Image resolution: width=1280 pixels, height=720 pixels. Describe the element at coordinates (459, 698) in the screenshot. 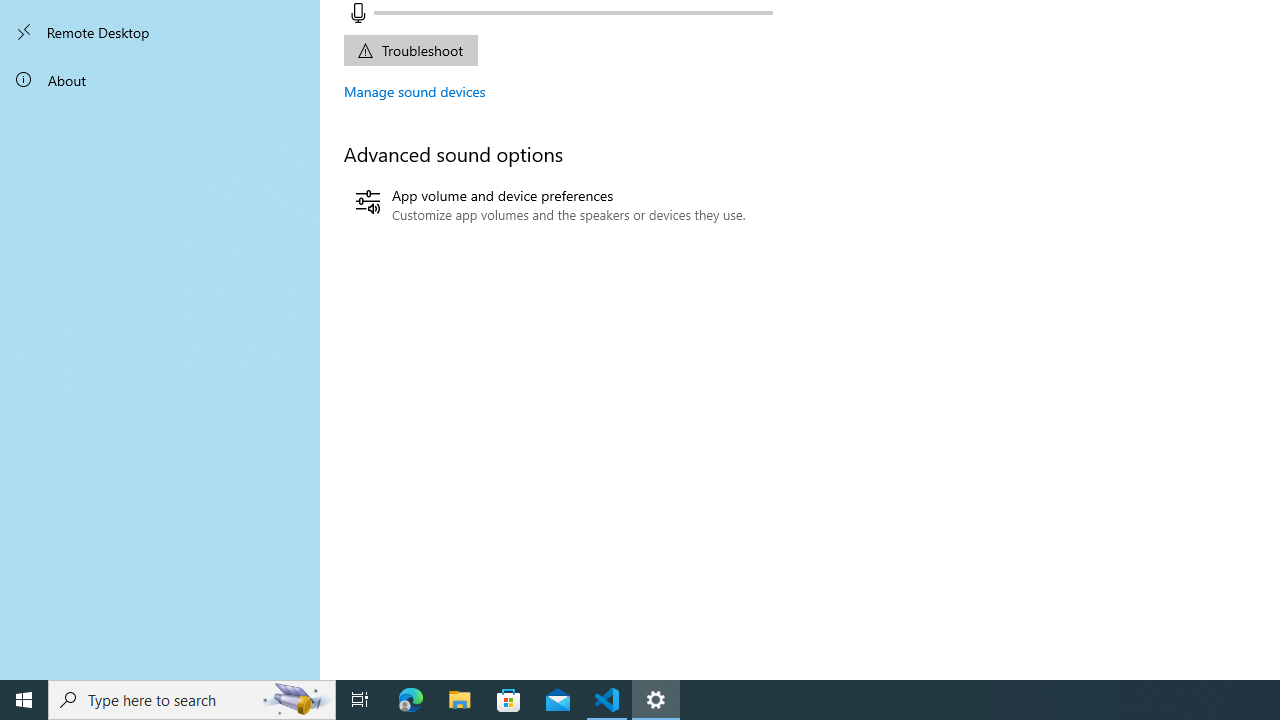

I see `'File Explorer'` at that location.